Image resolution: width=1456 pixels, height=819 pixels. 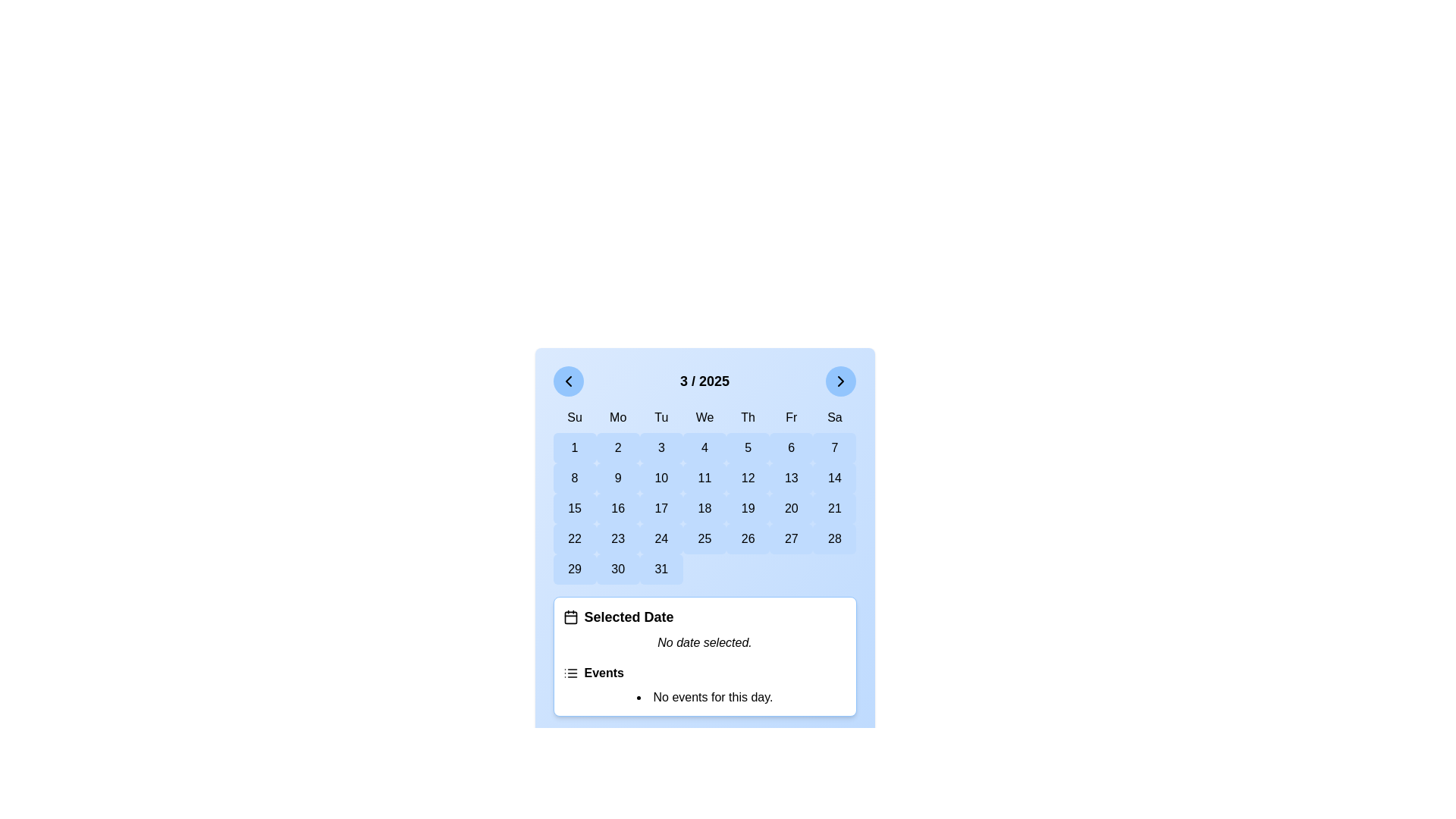 I want to click on the left-pointing chevron icon in the calendar header, so click(x=567, y=380).